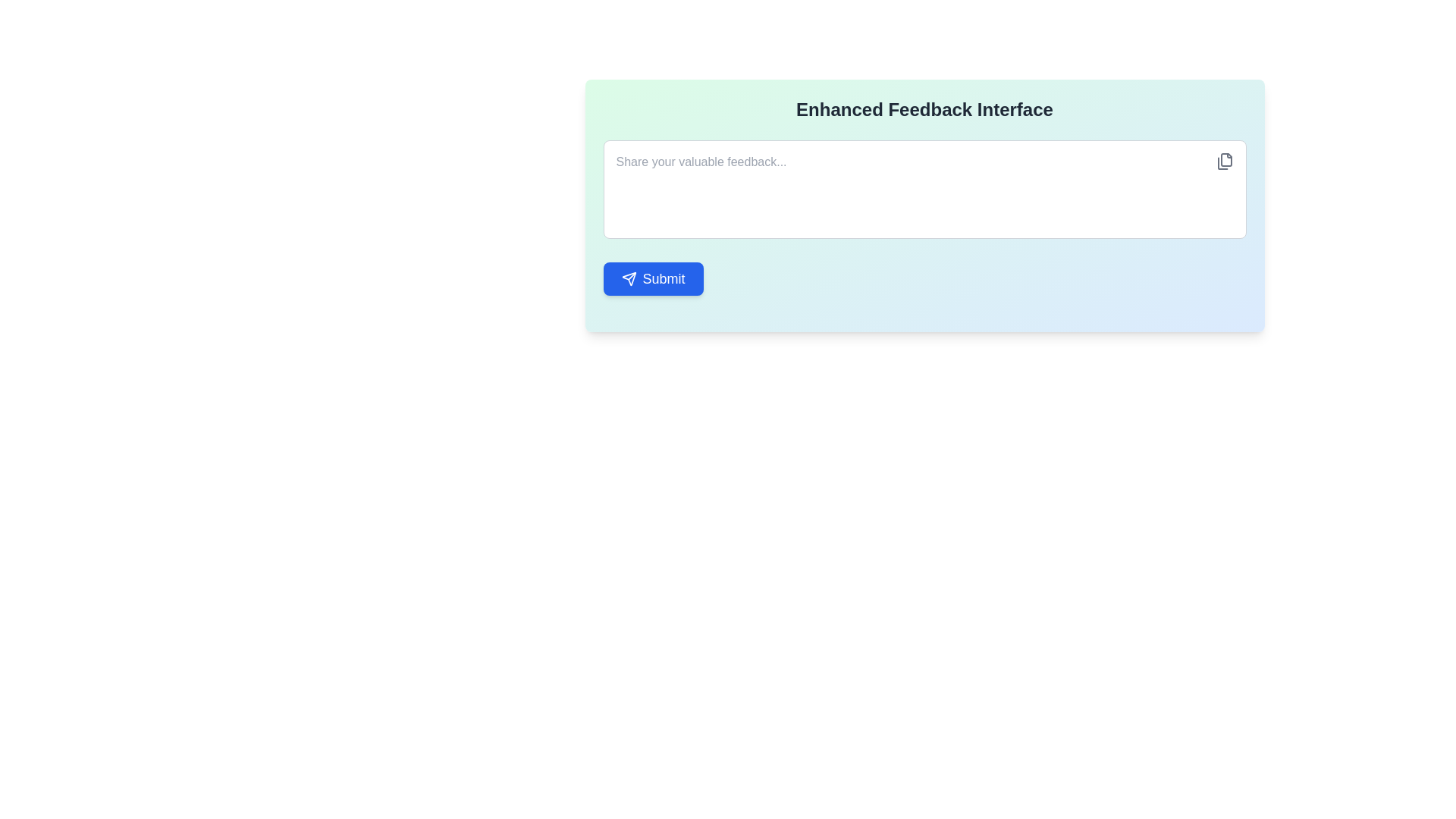 This screenshot has width=1456, height=819. Describe the element at coordinates (629, 278) in the screenshot. I see `the 'send' icon located inside the blue button at the bottom-left of the card, which signifies a submission or forwarding action` at that location.